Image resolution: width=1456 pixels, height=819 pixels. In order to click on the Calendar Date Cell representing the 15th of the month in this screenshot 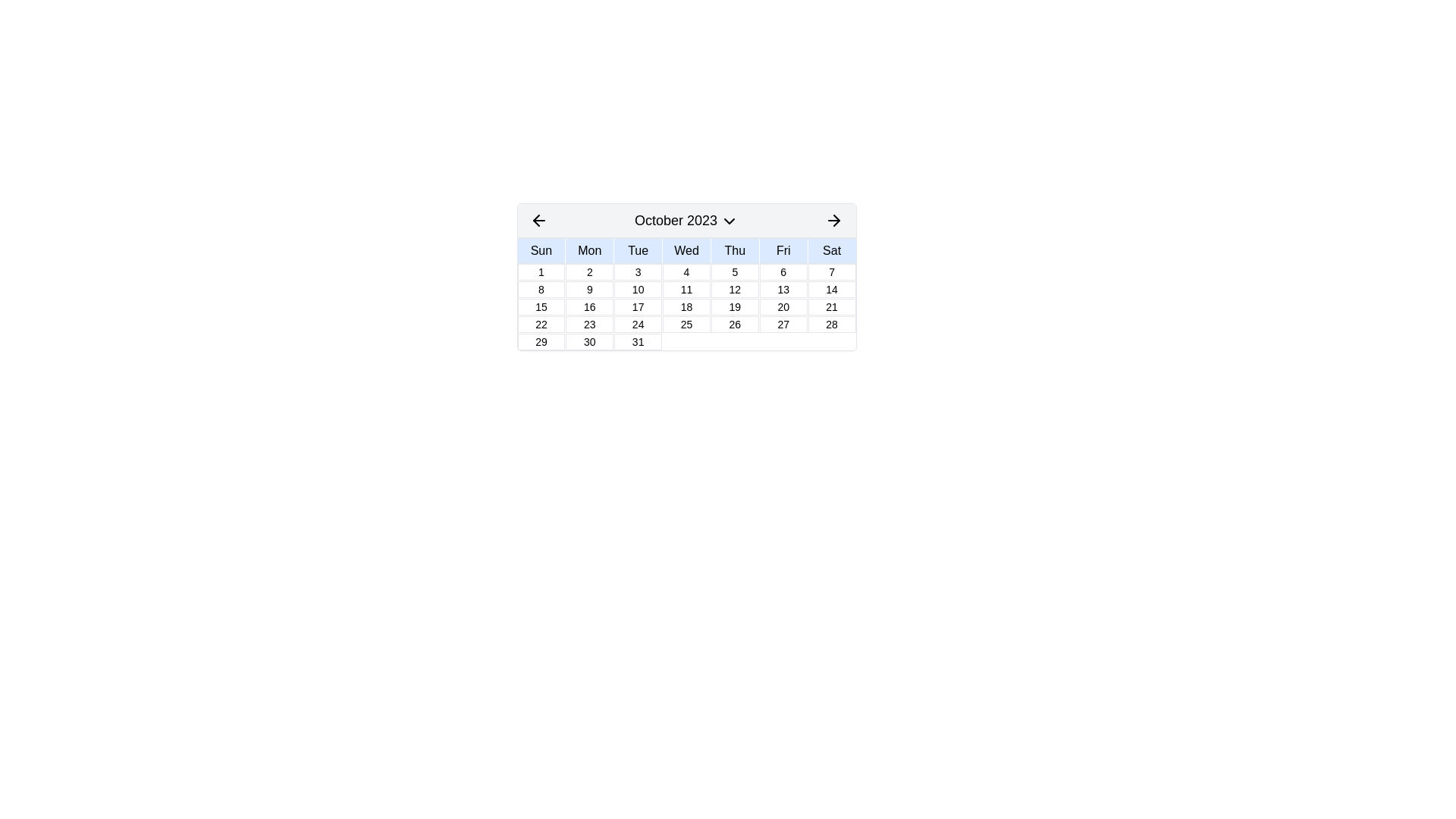, I will do `click(541, 307)`.